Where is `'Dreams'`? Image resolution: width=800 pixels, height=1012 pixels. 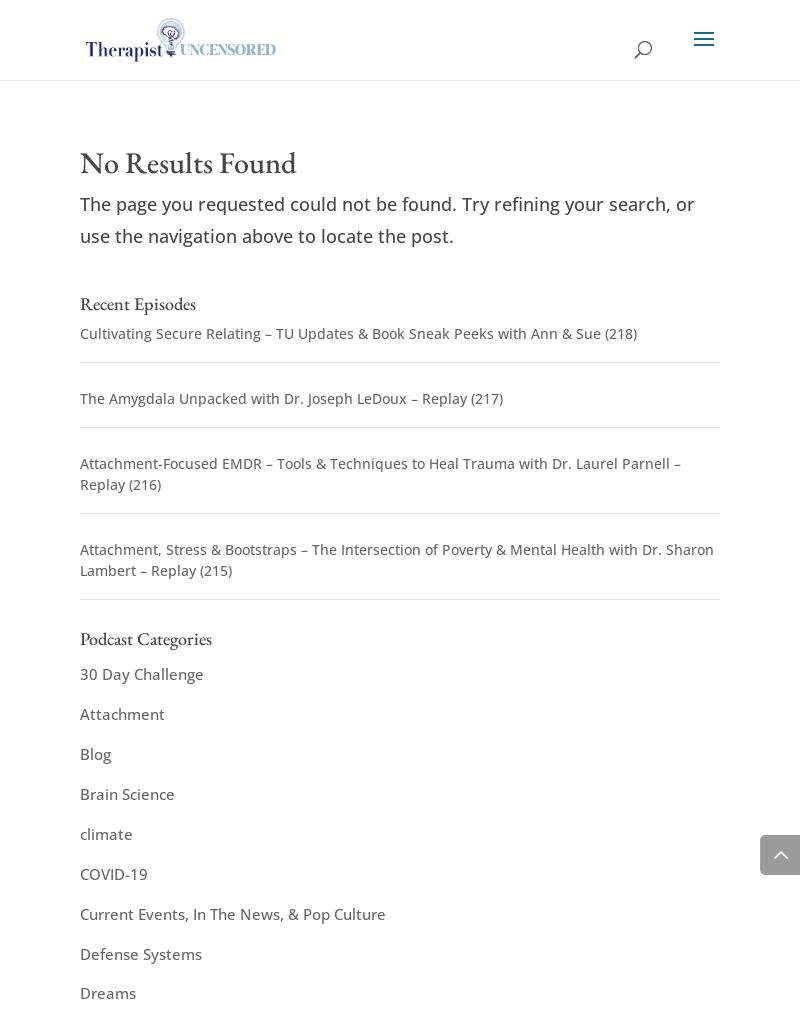
'Dreams' is located at coordinates (107, 992).